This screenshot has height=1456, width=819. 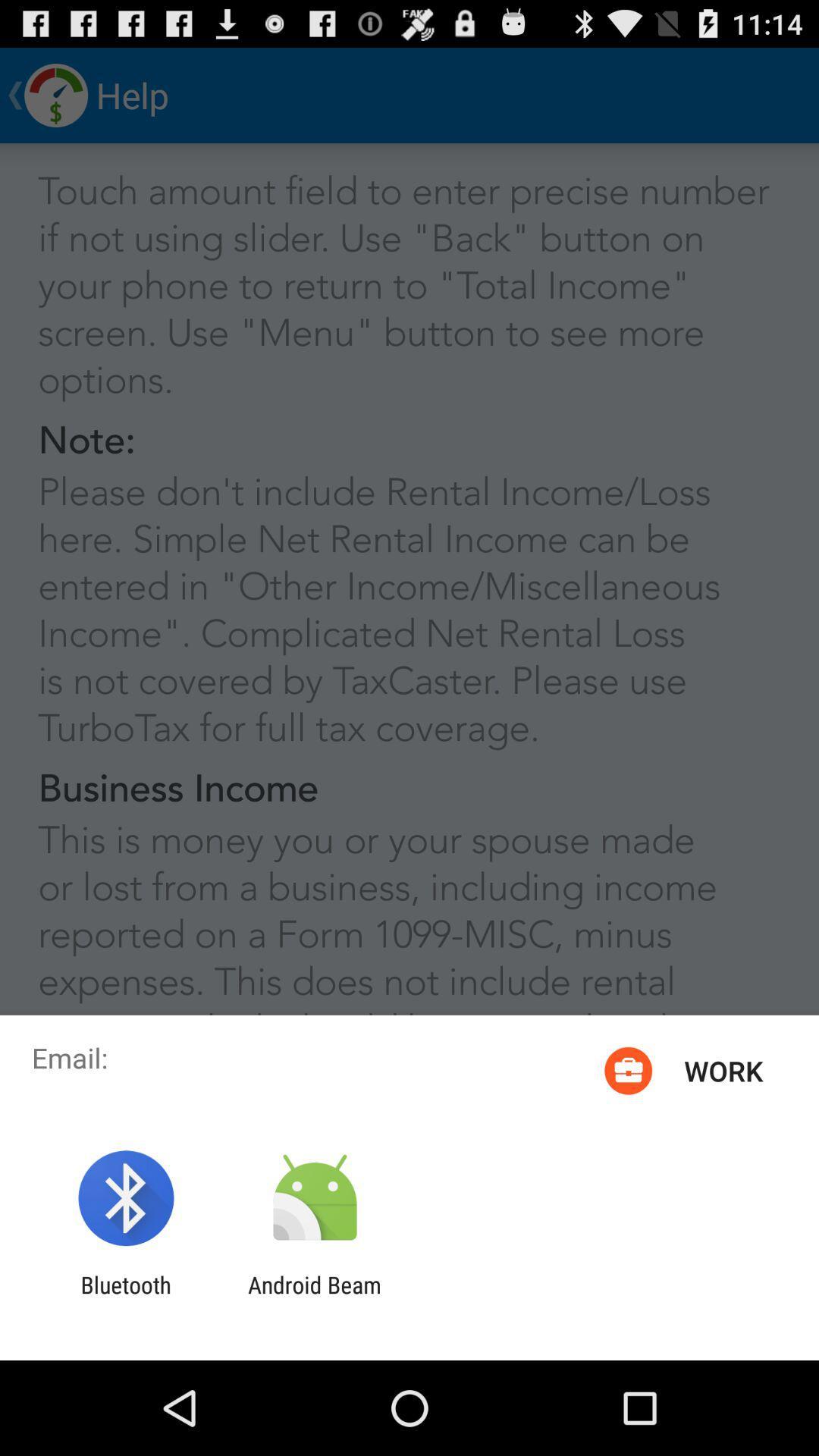 What do you see at coordinates (125, 1298) in the screenshot?
I see `item next to android beam app` at bounding box center [125, 1298].